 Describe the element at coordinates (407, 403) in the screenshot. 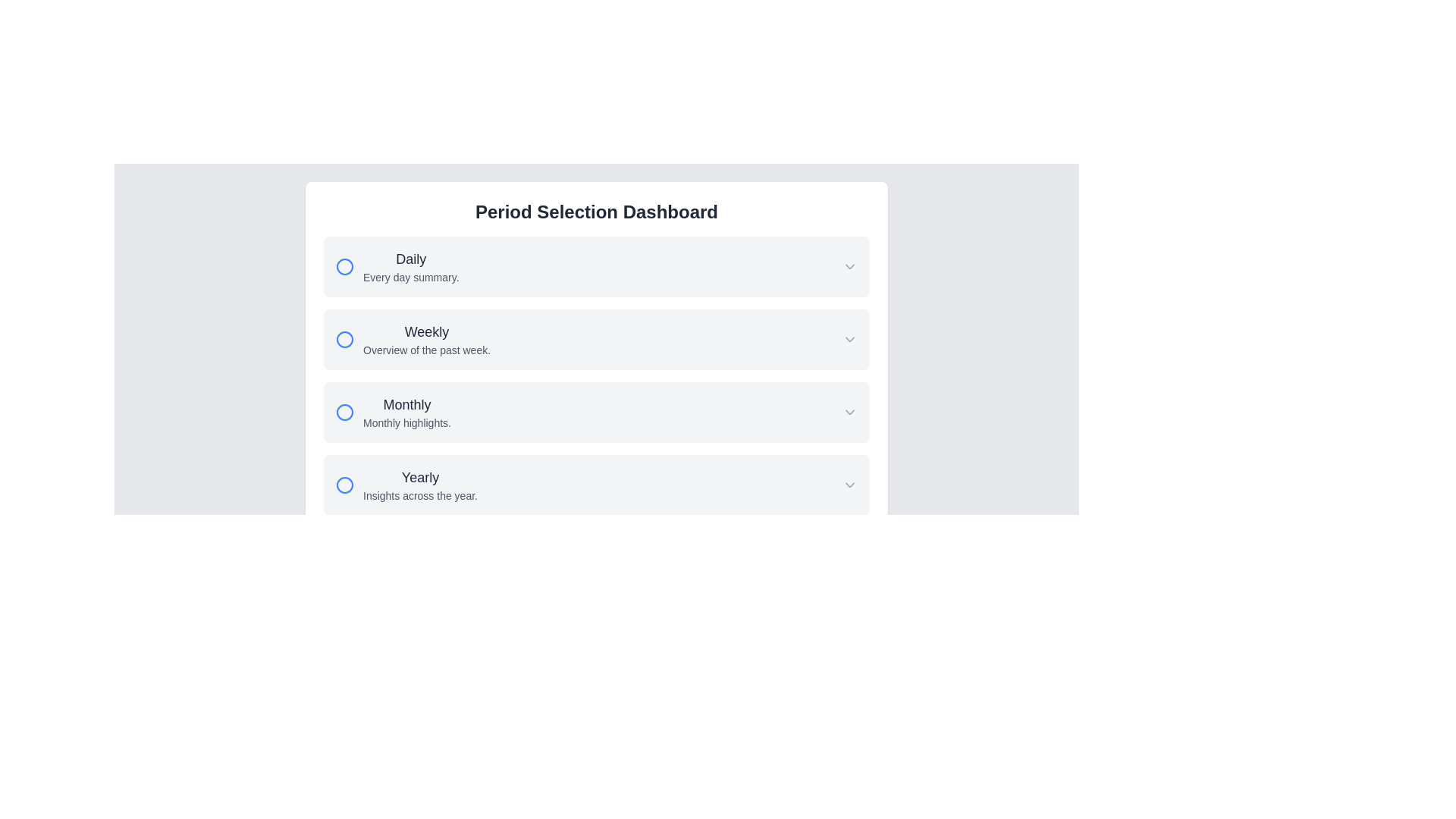

I see `the Text label for the third selectable option in the 'Period Selection Dashboard', positioned above 'Monthly highlights.'` at that location.